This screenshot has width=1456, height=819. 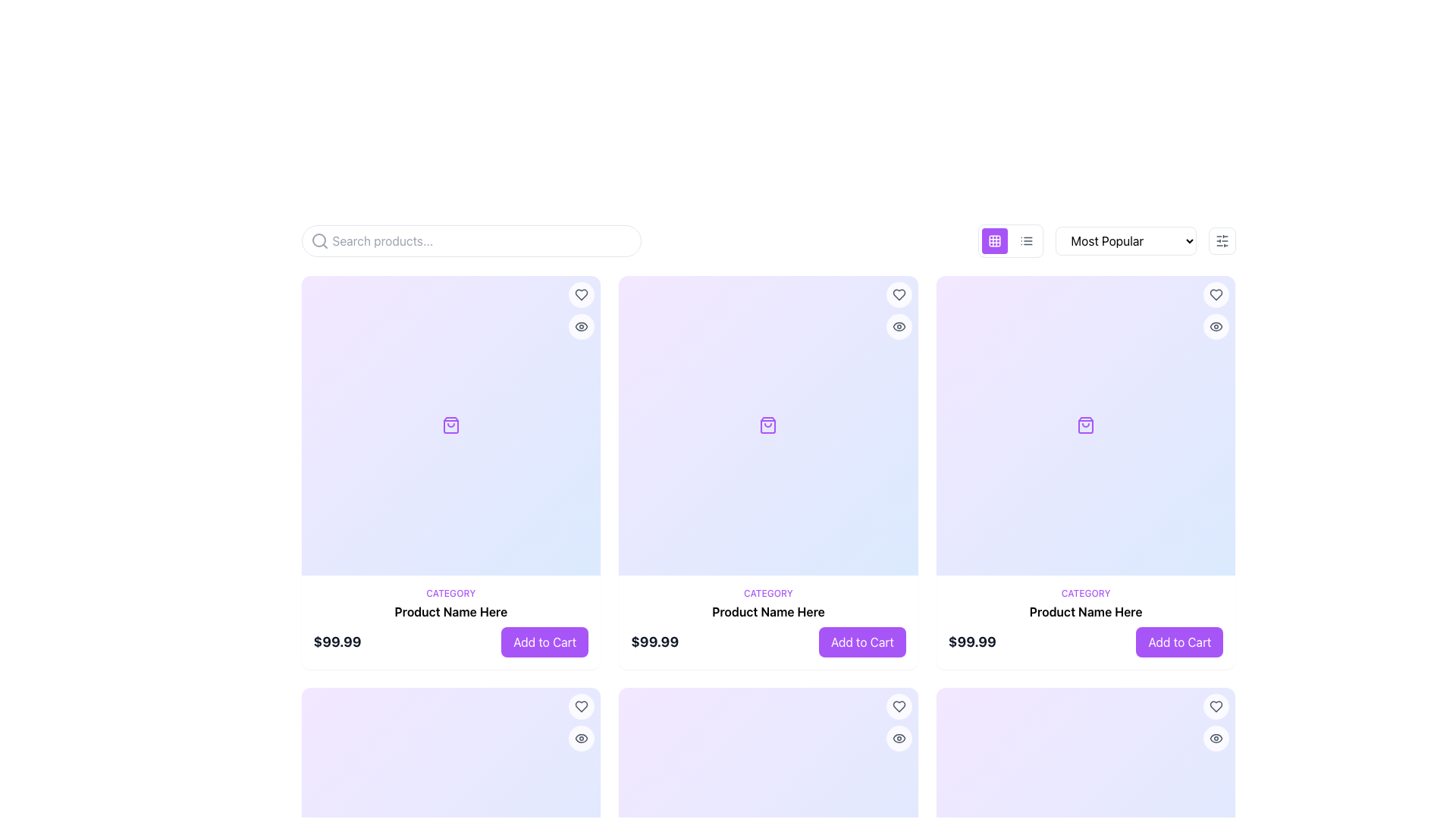 I want to click on the middle element of the 3x3 grid icon, which is a square graphic with rounded corners and a minimalistic design, so click(x=994, y=240).